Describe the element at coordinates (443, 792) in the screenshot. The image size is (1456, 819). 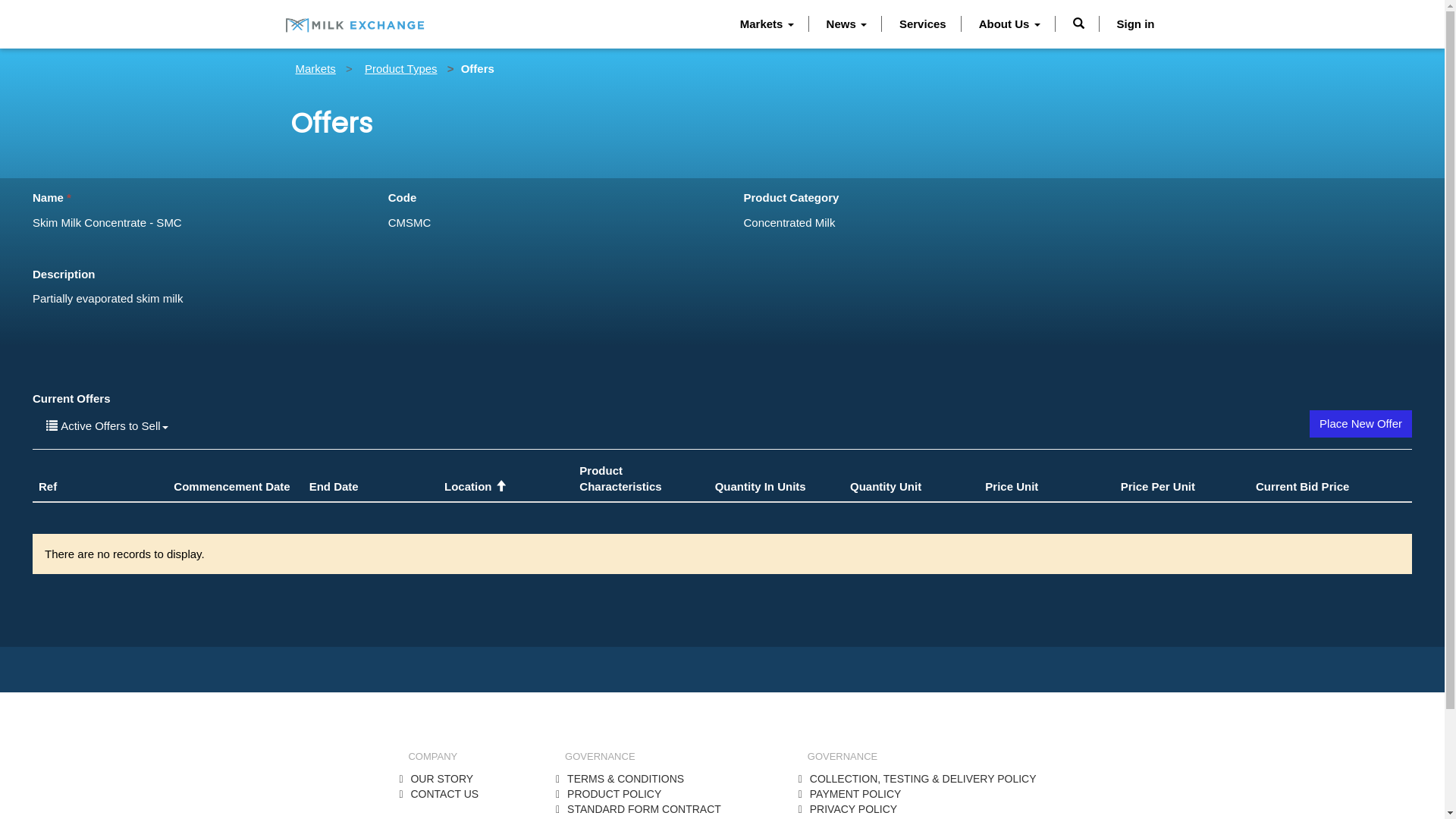
I see `'CONTACT US'` at that location.